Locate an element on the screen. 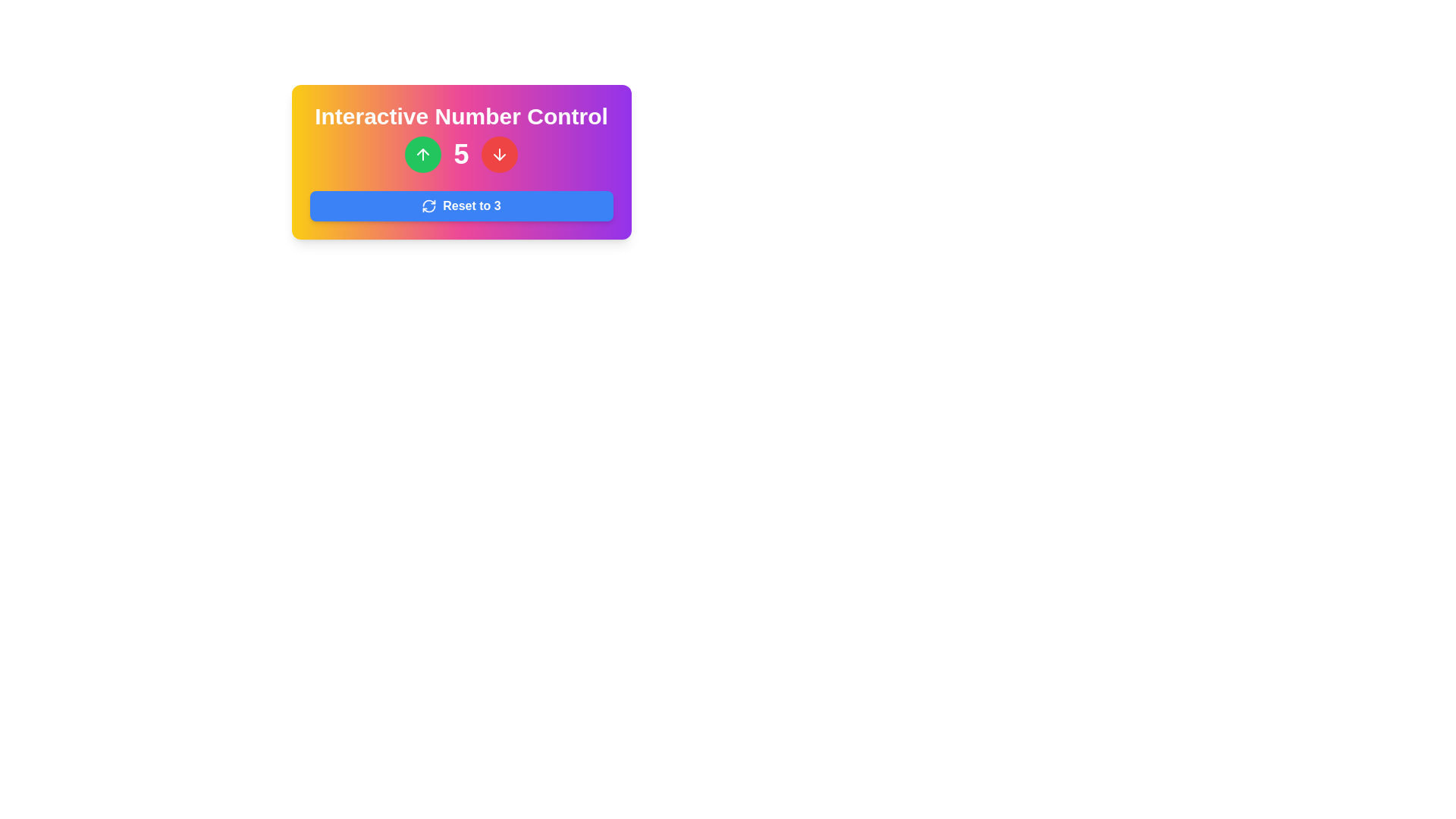  displayed value of the static text label that indicates the reset button for the numeric control value is located at coordinates (471, 206).